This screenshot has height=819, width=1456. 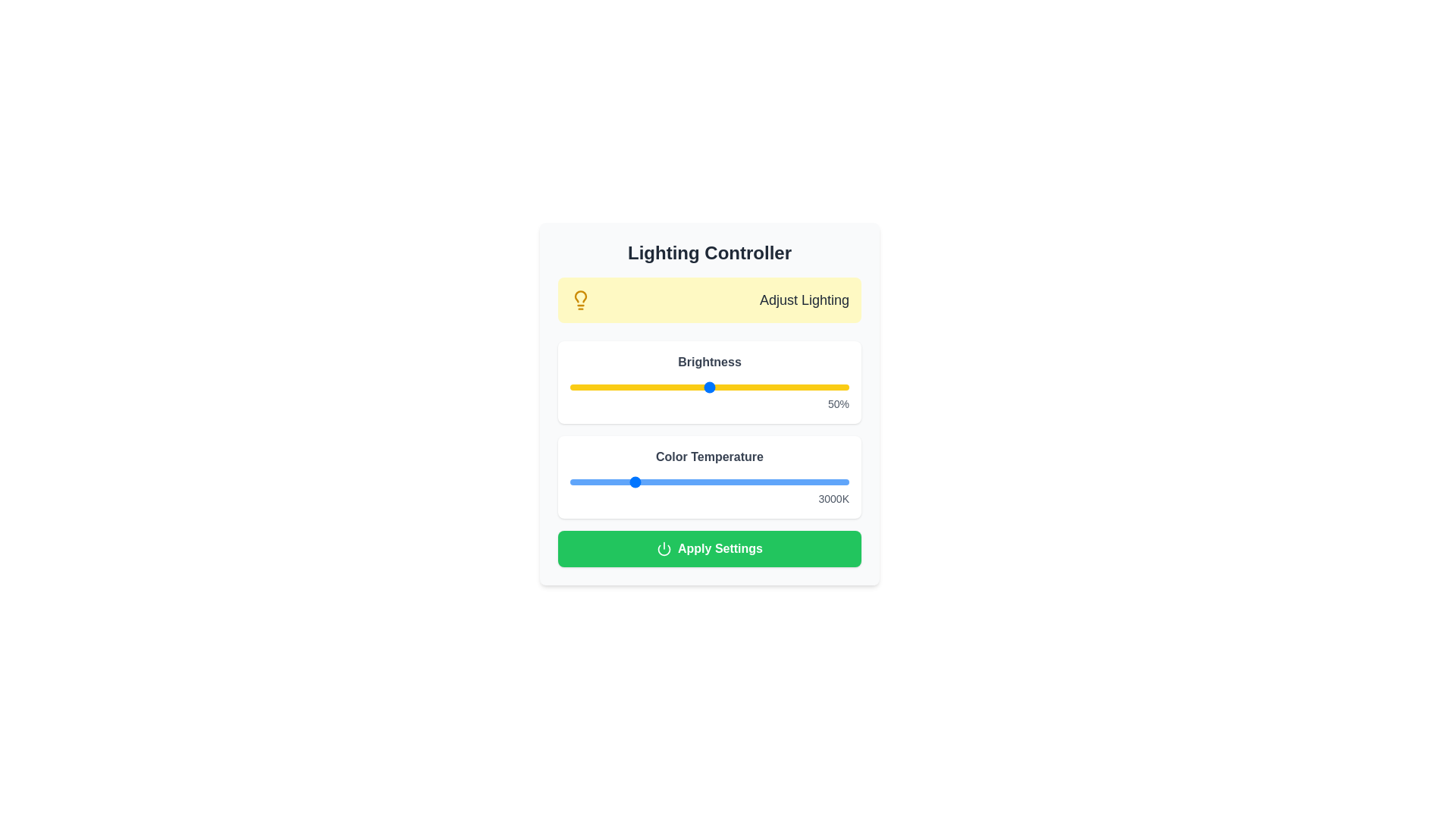 I want to click on the color temperature slider to 9159 K, so click(x=822, y=482).